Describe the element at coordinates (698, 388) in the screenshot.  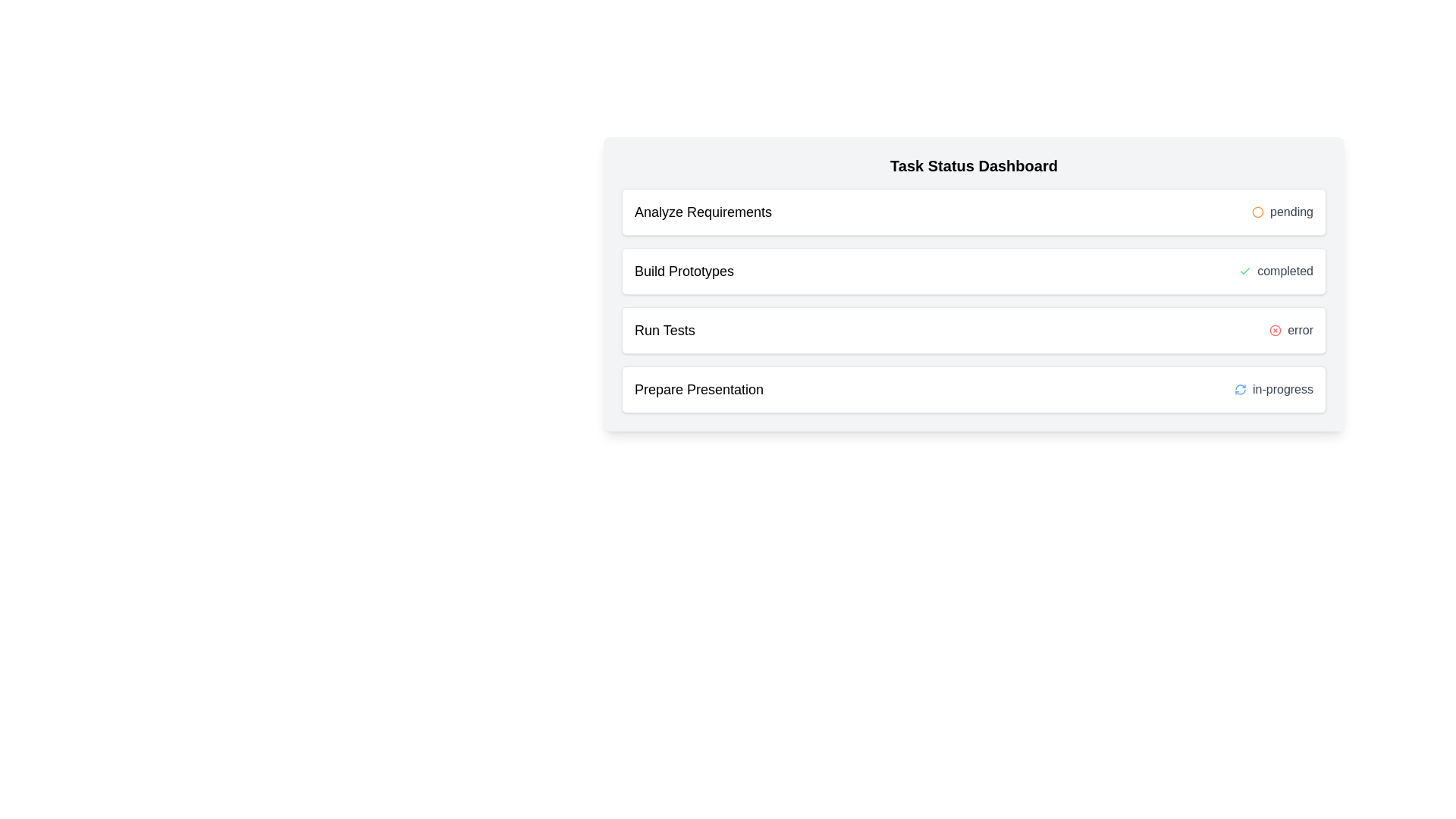
I see `the text label displaying 'Prepare Presentation', which is the first content block in the last card of the list and is left-aligned` at that location.